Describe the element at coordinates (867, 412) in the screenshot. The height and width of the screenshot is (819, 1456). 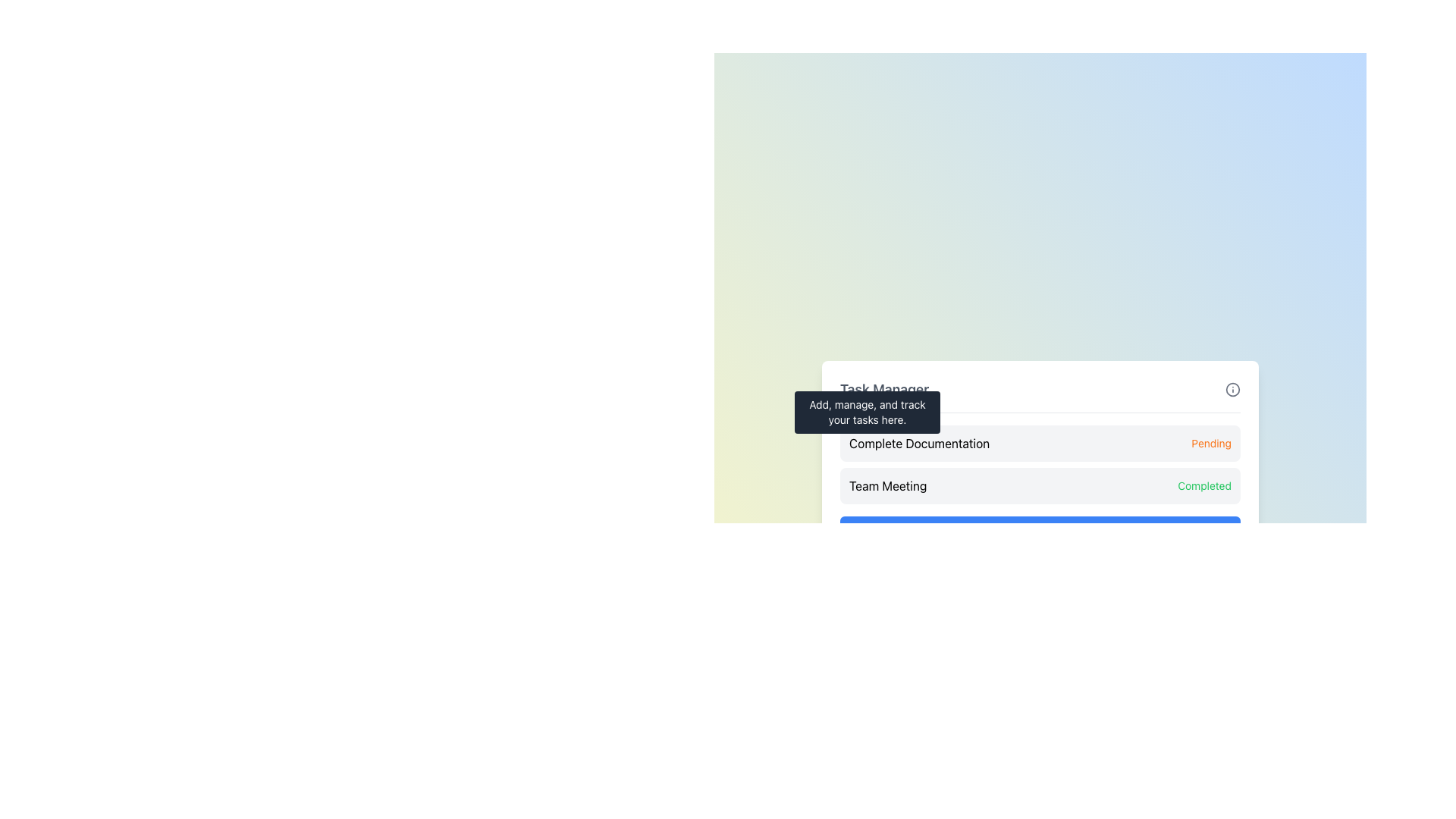
I see `tooltip text 'Add, manage, and track your tasks here.' which is a rectangular tooltip with a dark gray background and white text, located above and slightly to the left of an icon` at that location.